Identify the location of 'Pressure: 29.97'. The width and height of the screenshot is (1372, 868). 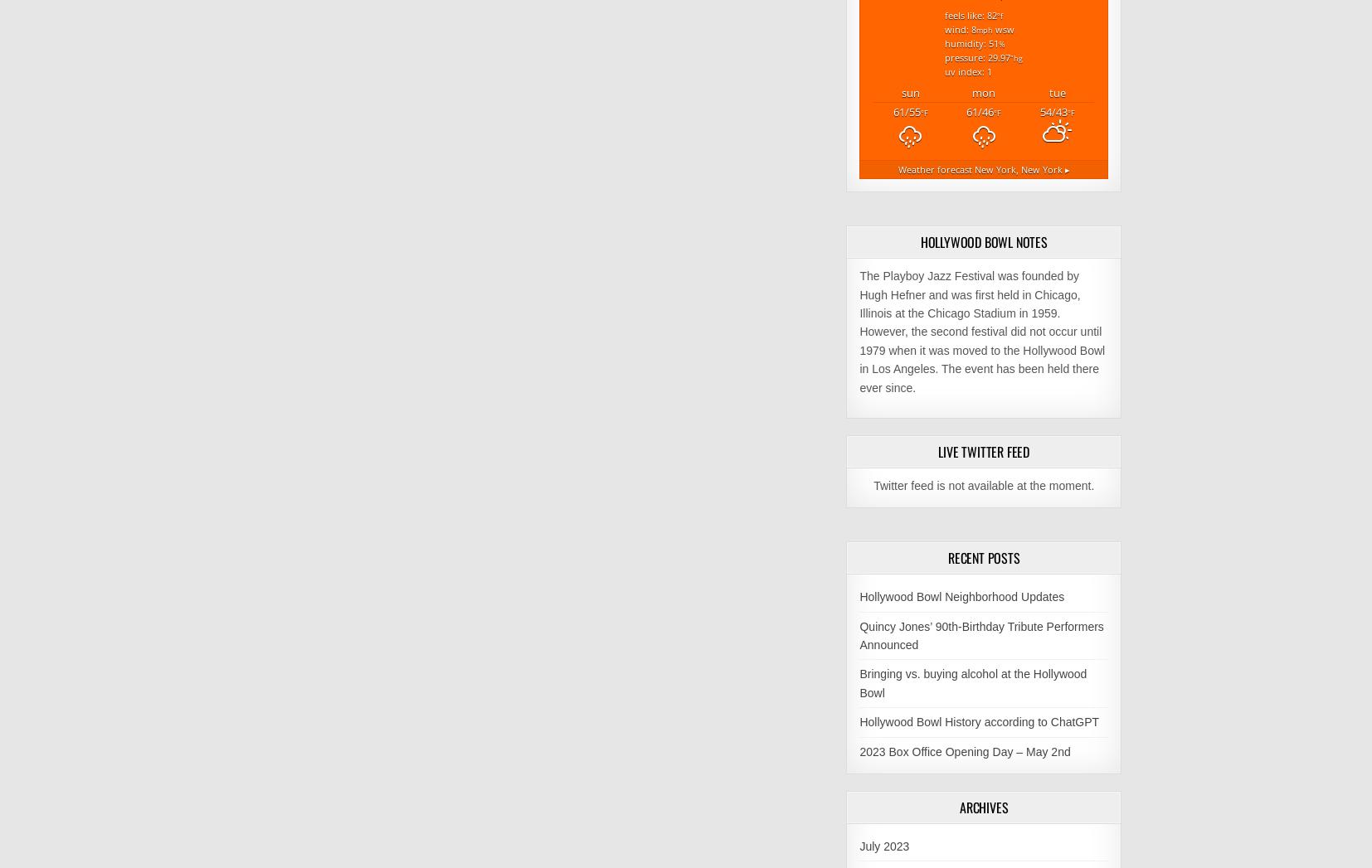
(976, 56).